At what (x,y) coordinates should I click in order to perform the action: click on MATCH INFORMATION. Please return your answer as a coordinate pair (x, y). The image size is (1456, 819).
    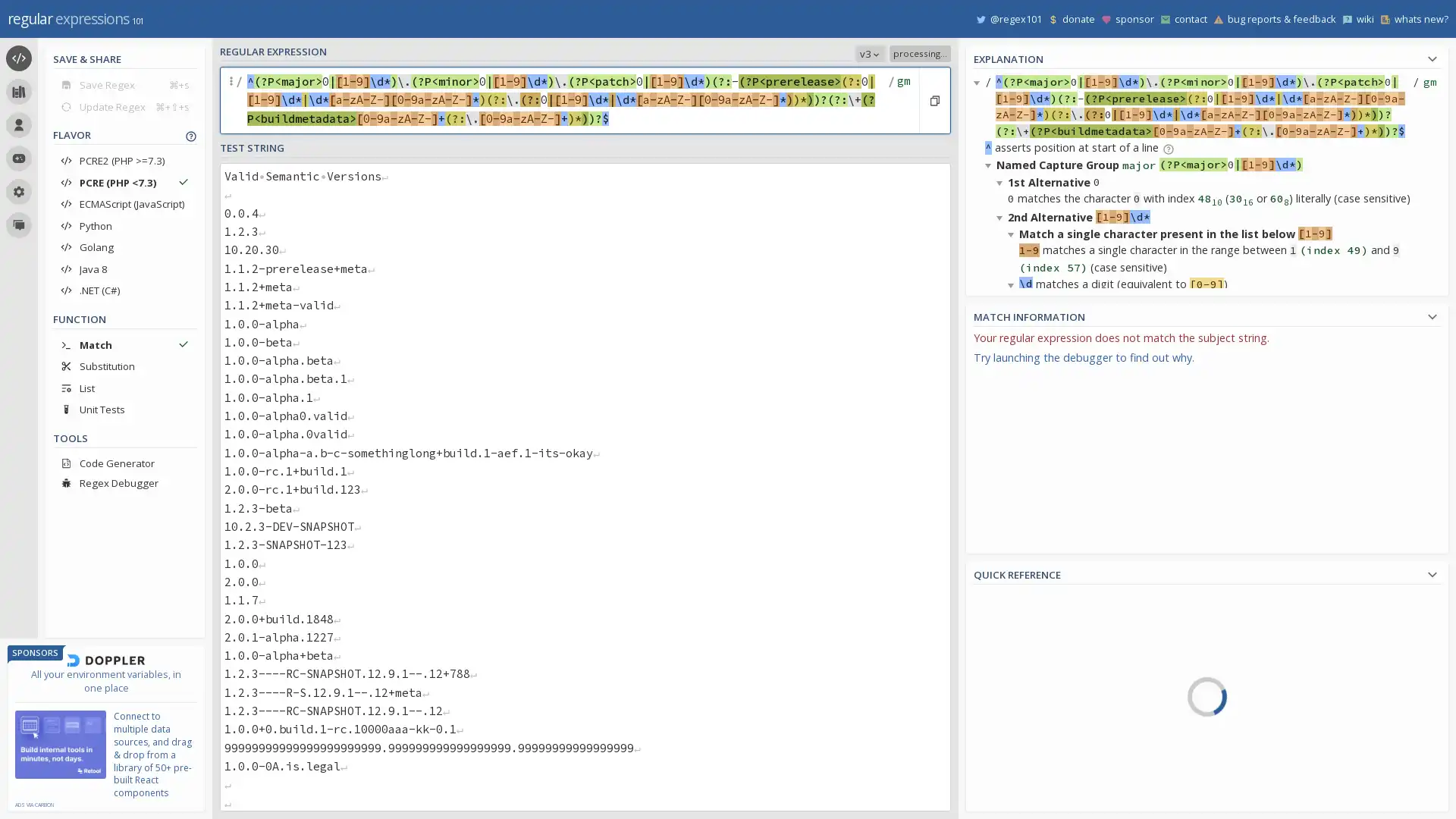
    Looking at the image, I should click on (1207, 314).